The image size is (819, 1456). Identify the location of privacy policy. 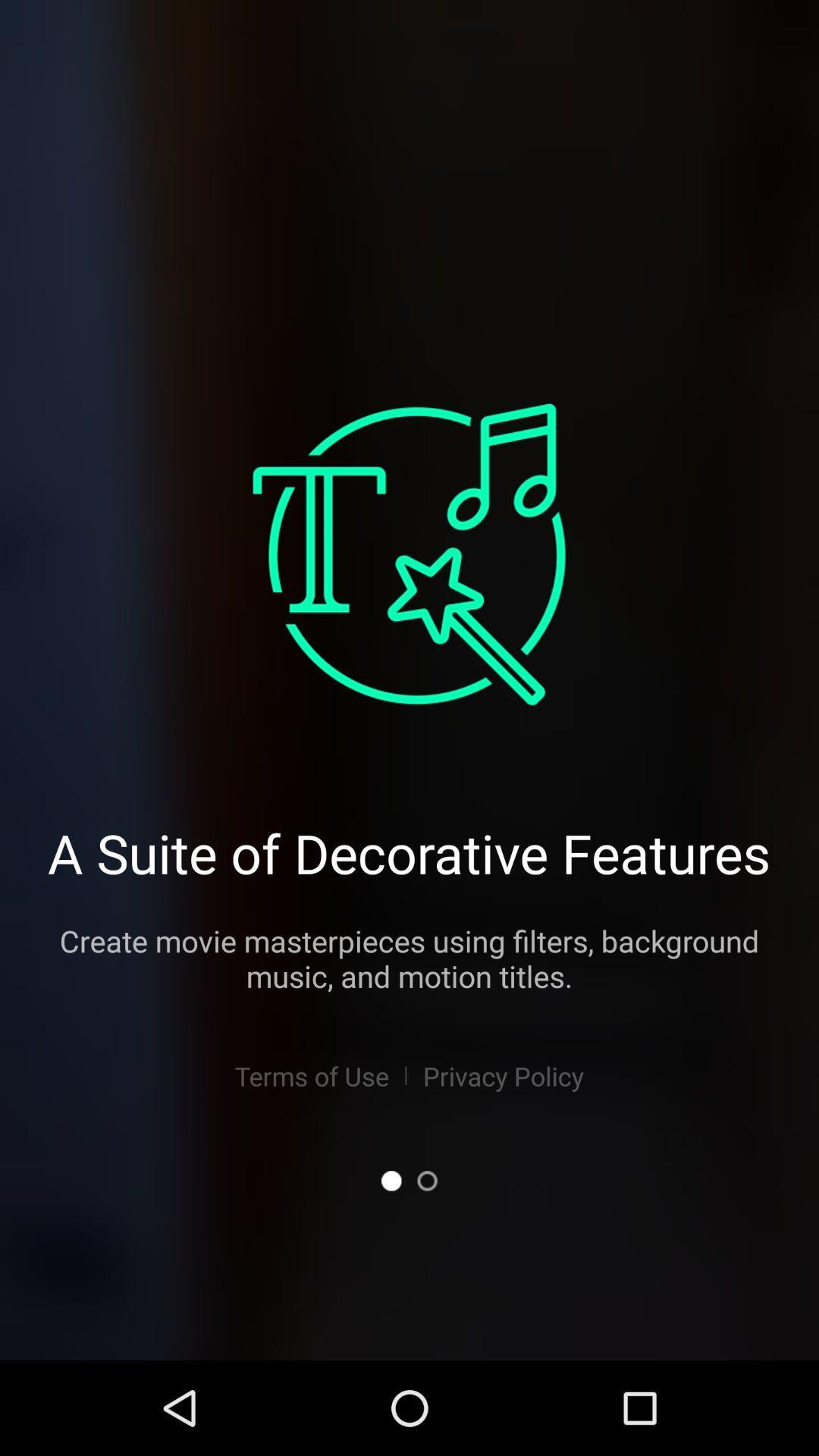
(504, 1075).